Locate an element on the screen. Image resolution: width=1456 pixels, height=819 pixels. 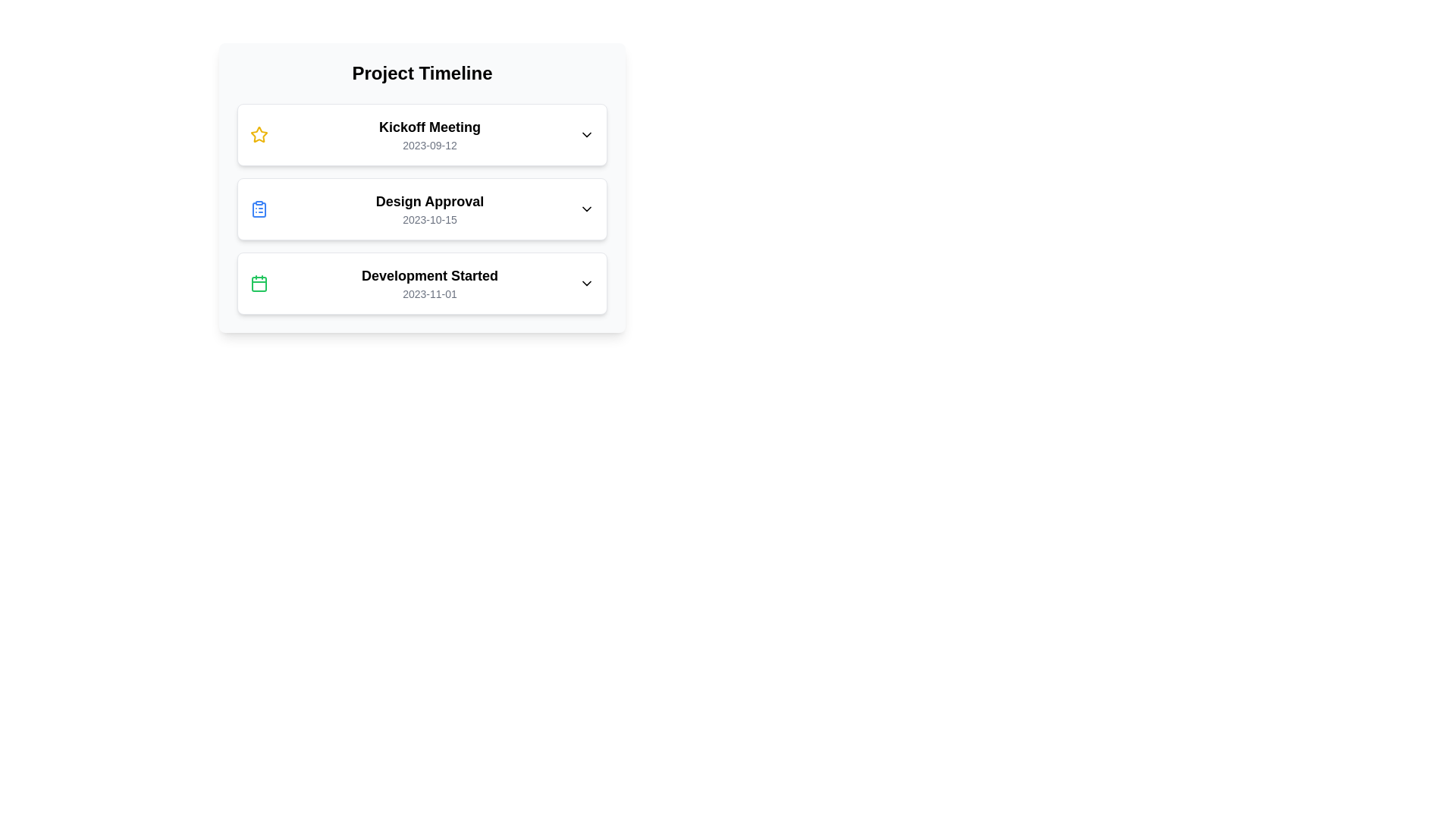
the blue clipboard-shaped SVG icon in the second item of the 'Design Approval' vertical list, located to the left of the label text is located at coordinates (259, 210).